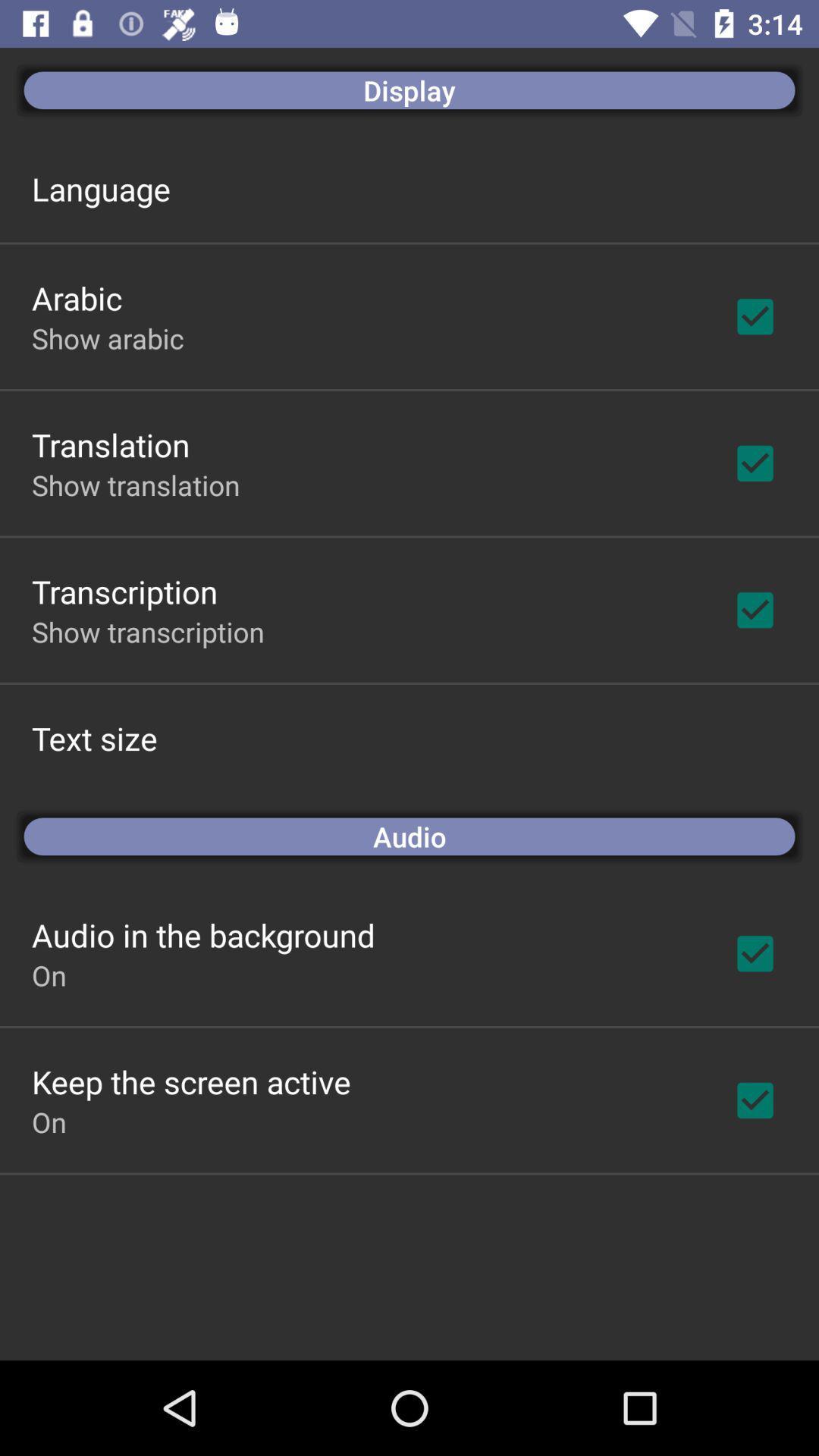  What do you see at coordinates (135, 484) in the screenshot?
I see `show translation app` at bounding box center [135, 484].